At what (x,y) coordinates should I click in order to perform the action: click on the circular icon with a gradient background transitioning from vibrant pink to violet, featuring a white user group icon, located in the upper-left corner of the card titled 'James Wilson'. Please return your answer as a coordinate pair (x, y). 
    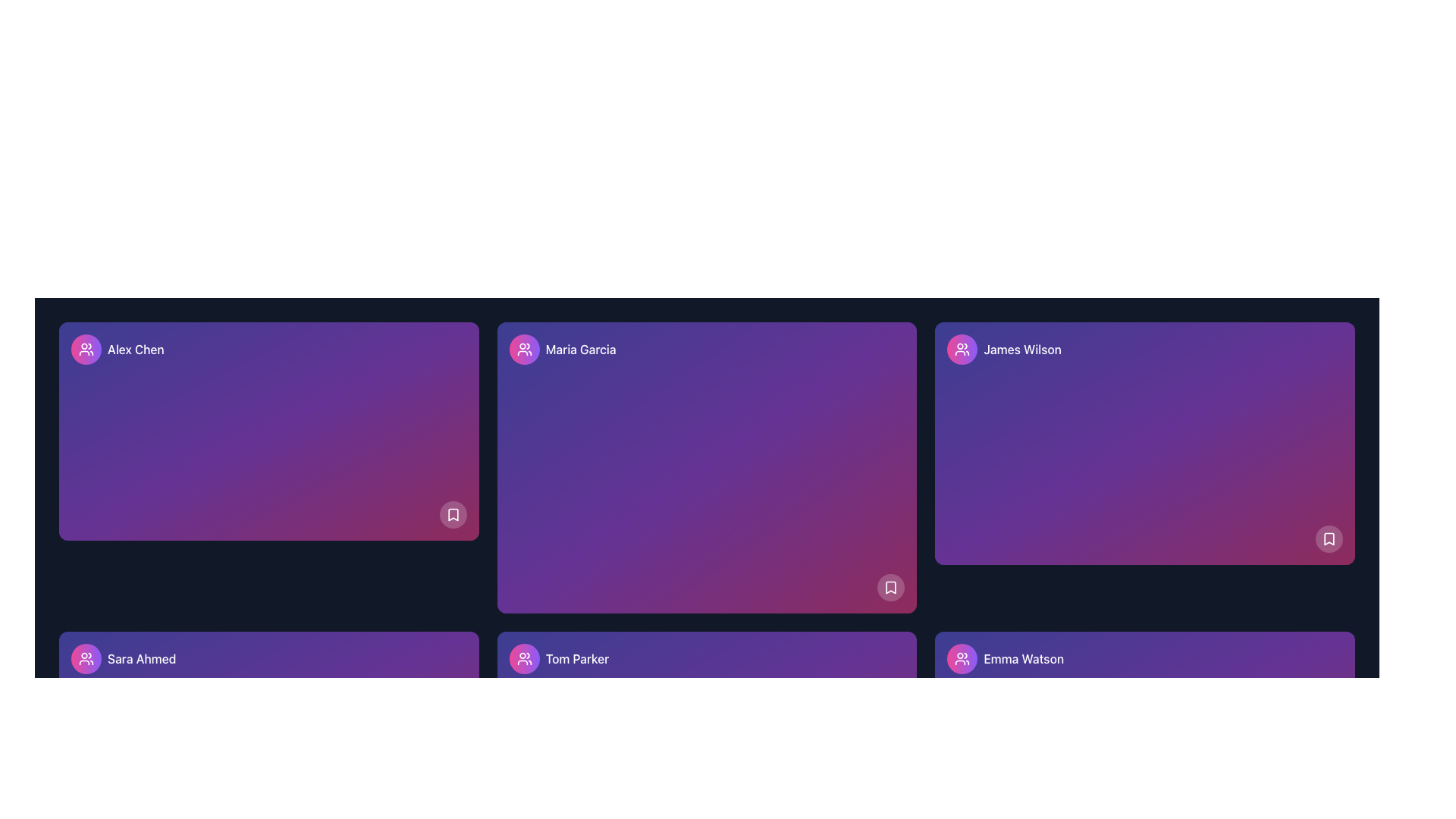
    Looking at the image, I should click on (962, 350).